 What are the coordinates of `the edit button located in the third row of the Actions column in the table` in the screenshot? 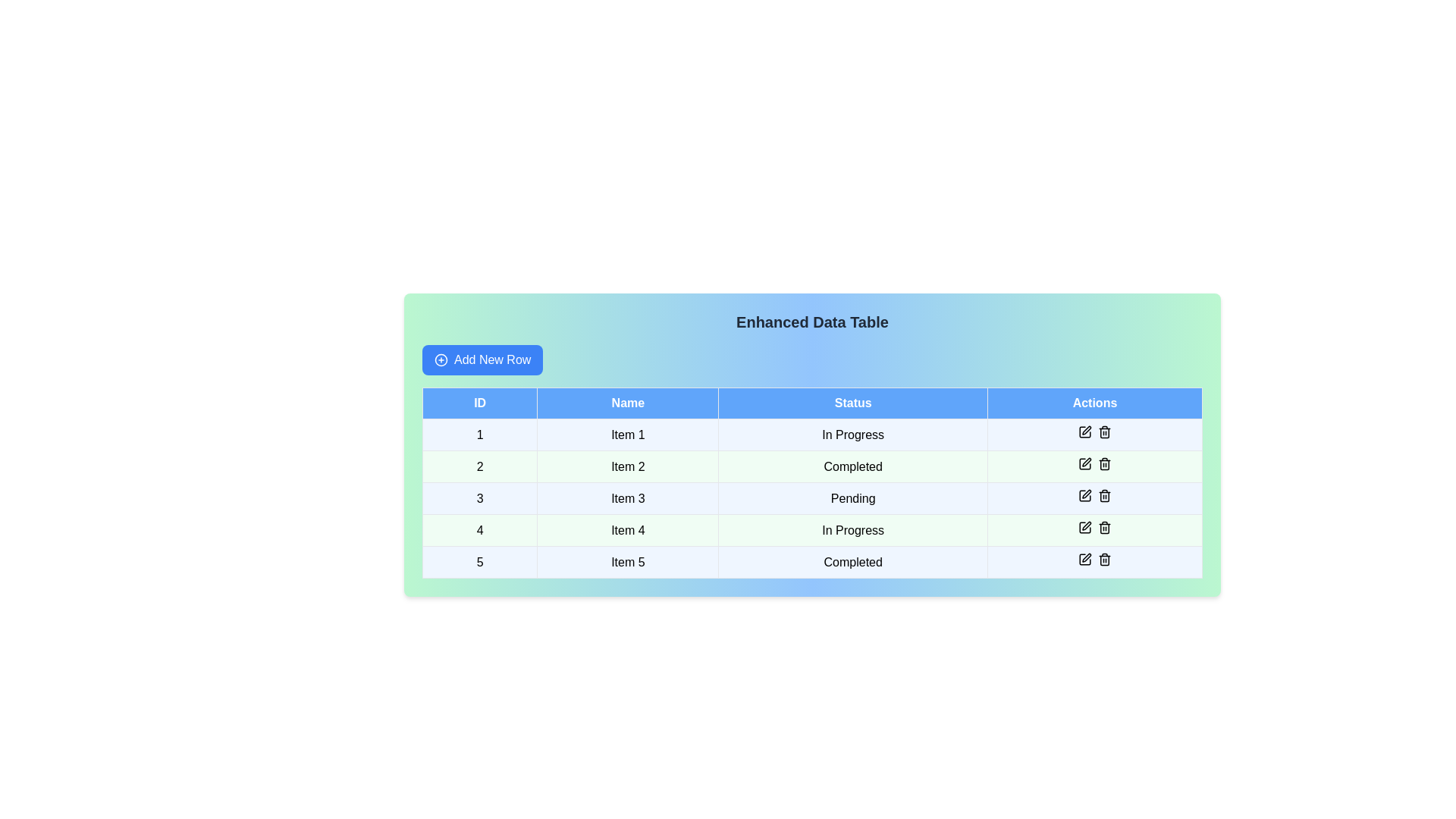 It's located at (1084, 496).